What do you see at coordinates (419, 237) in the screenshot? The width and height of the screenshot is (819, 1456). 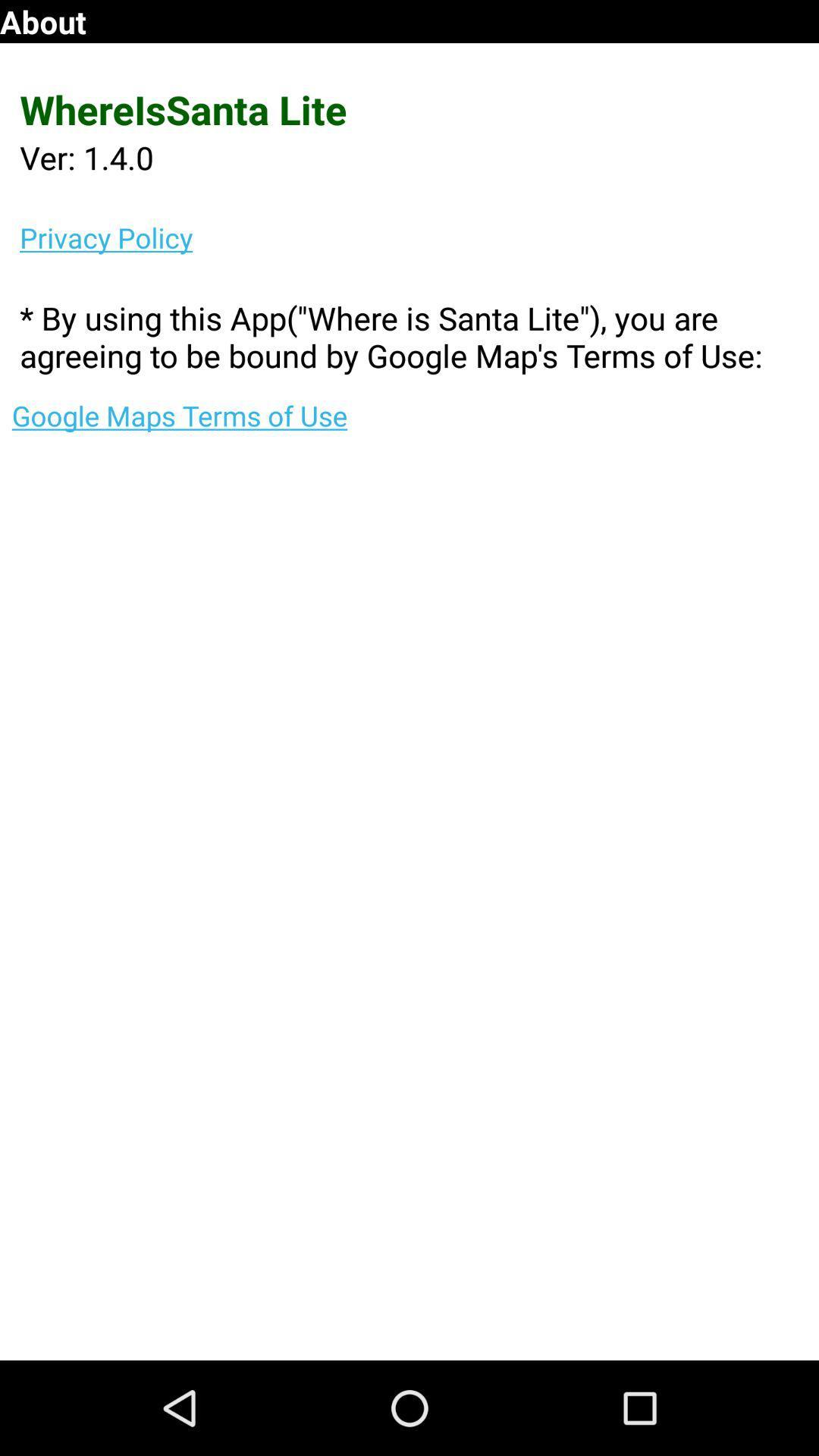 I see `the icon above the by using this item` at bounding box center [419, 237].